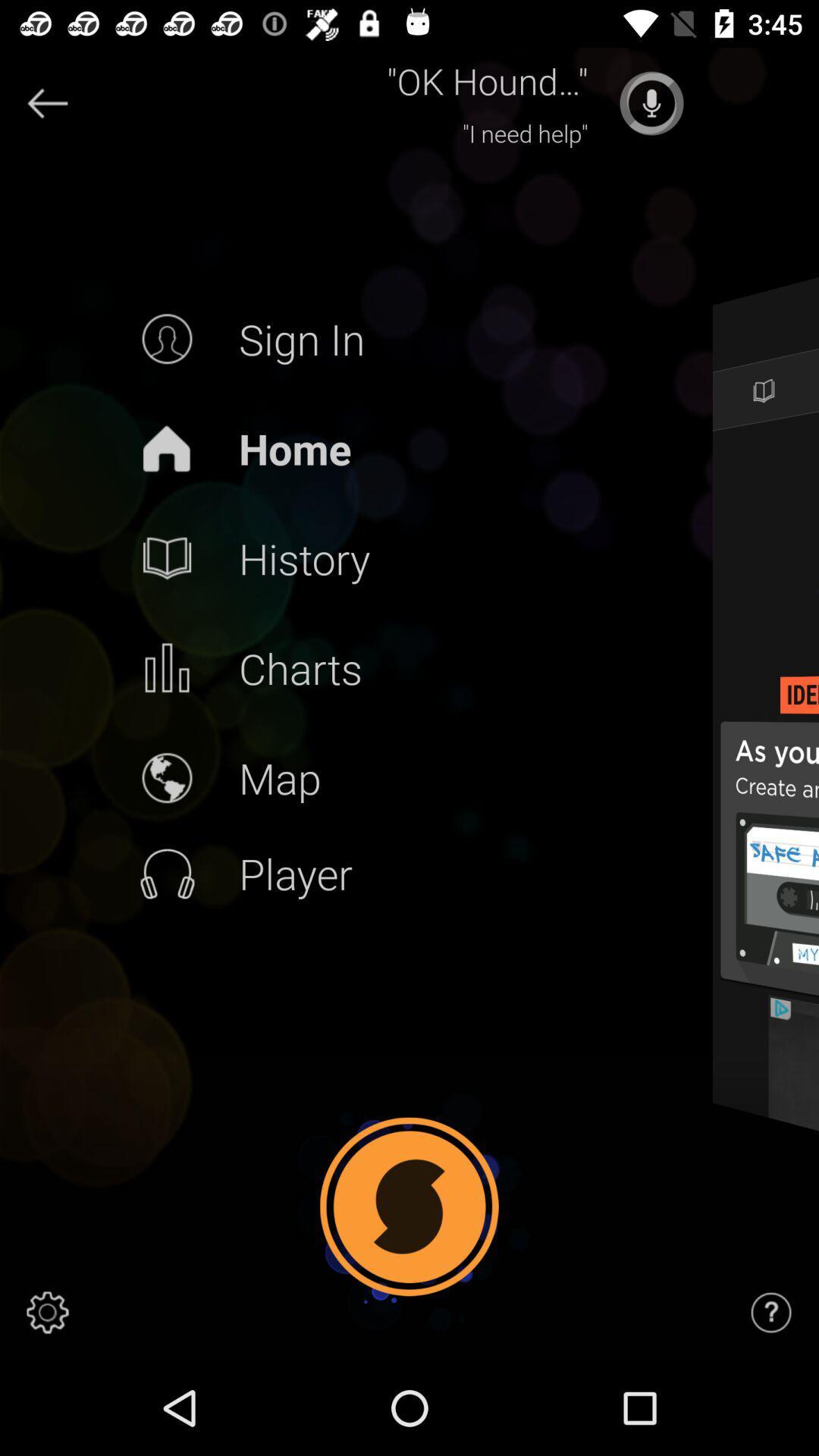 The height and width of the screenshot is (1456, 819). What do you see at coordinates (46, 1312) in the screenshot?
I see `settings button` at bounding box center [46, 1312].